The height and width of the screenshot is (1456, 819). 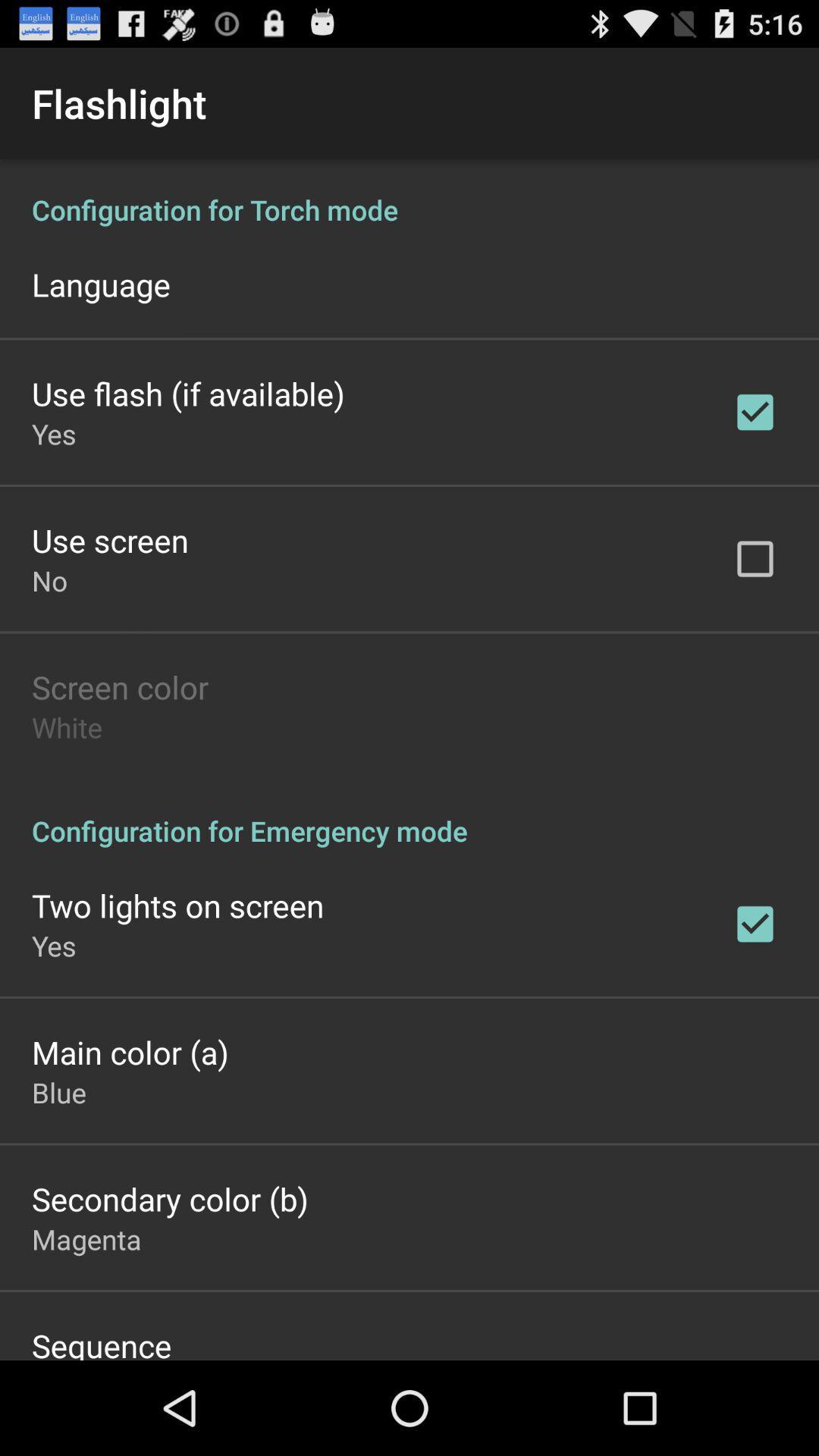 What do you see at coordinates (129, 1051) in the screenshot?
I see `the main color (a) app` at bounding box center [129, 1051].